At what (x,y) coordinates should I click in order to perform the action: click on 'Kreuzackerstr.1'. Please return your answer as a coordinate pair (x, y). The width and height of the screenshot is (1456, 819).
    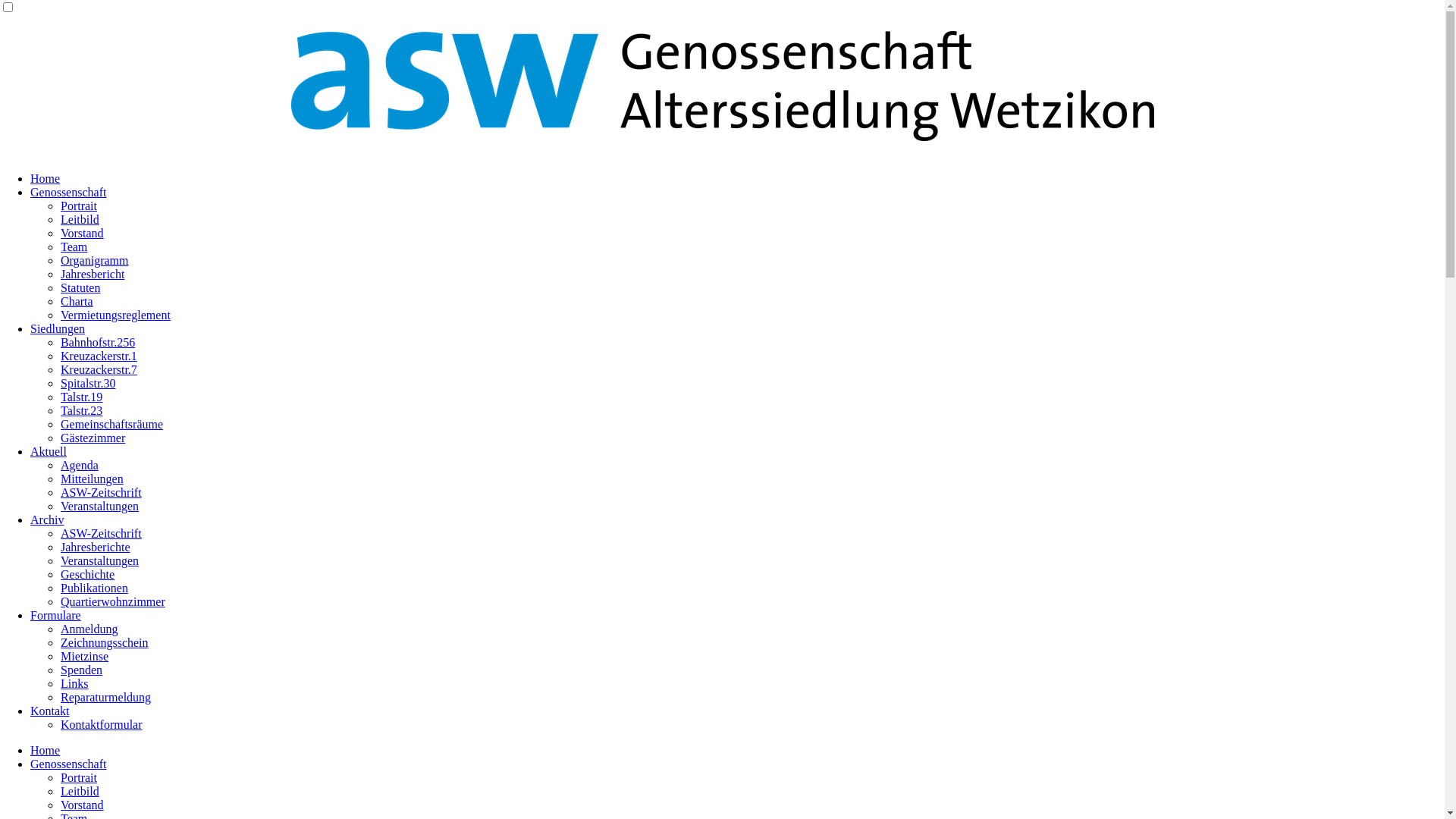
    Looking at the image, I should click on (98, 356).